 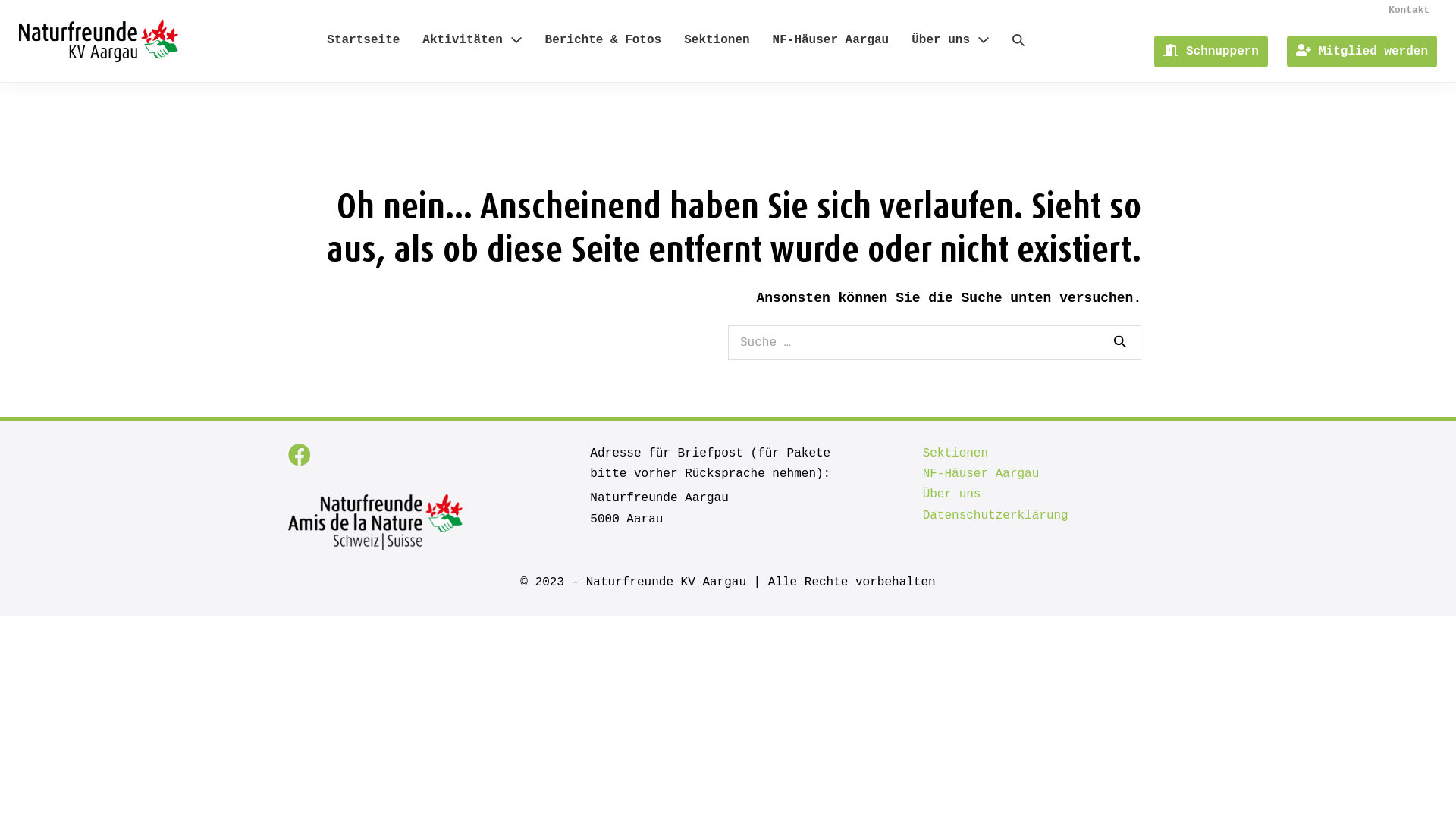 What do you see at coordinates (1361, 51) in the screenshot?
I see `'Mitglied werden'` at bounding box center [1361, 51].